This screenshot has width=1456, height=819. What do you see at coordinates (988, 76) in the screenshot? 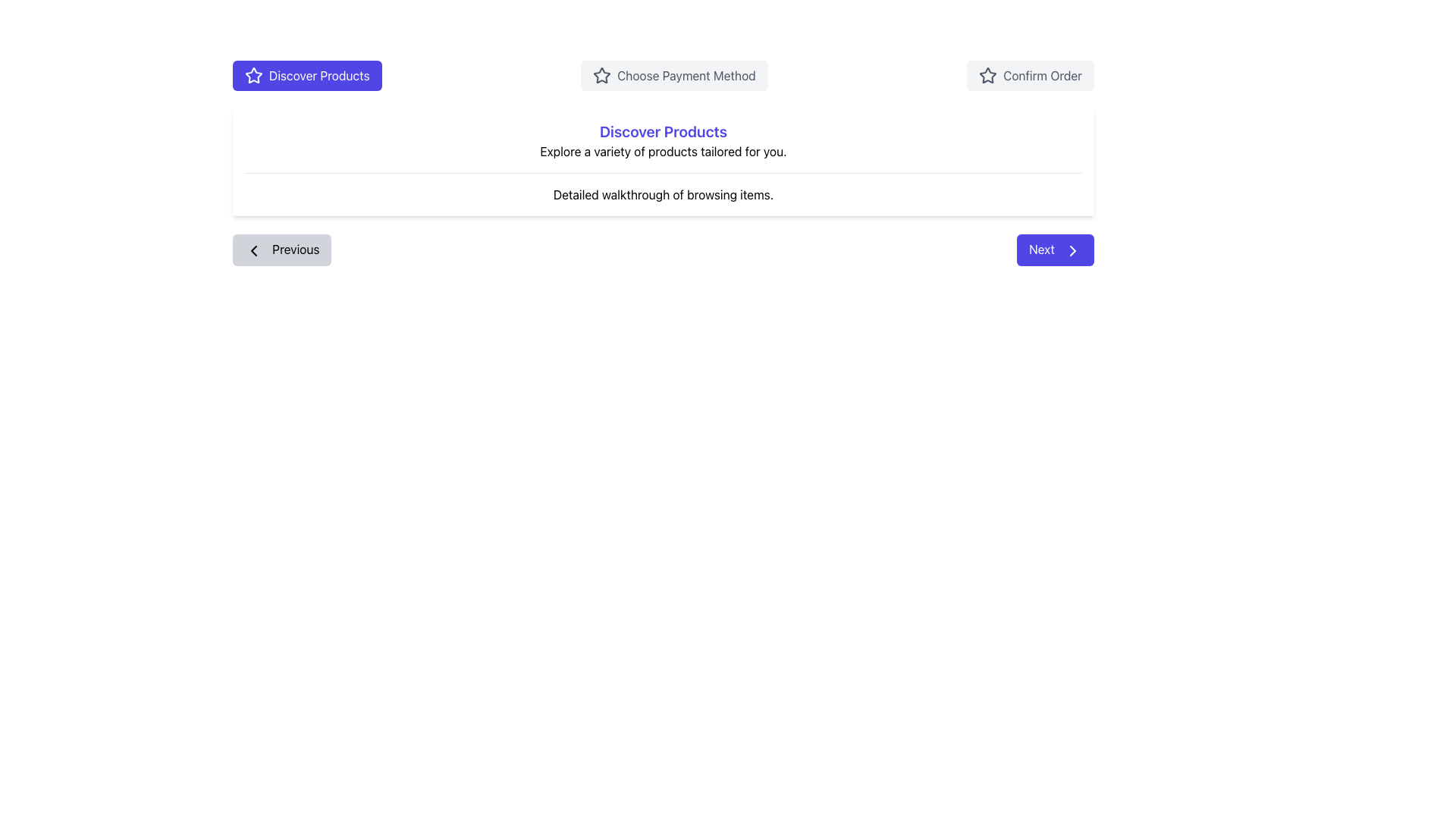
I see `the icon within the 'Confirm Order' button, which is located to the left of the text, providing a visual cue for the order confirmation functionality` at bounding box center [988, 76].